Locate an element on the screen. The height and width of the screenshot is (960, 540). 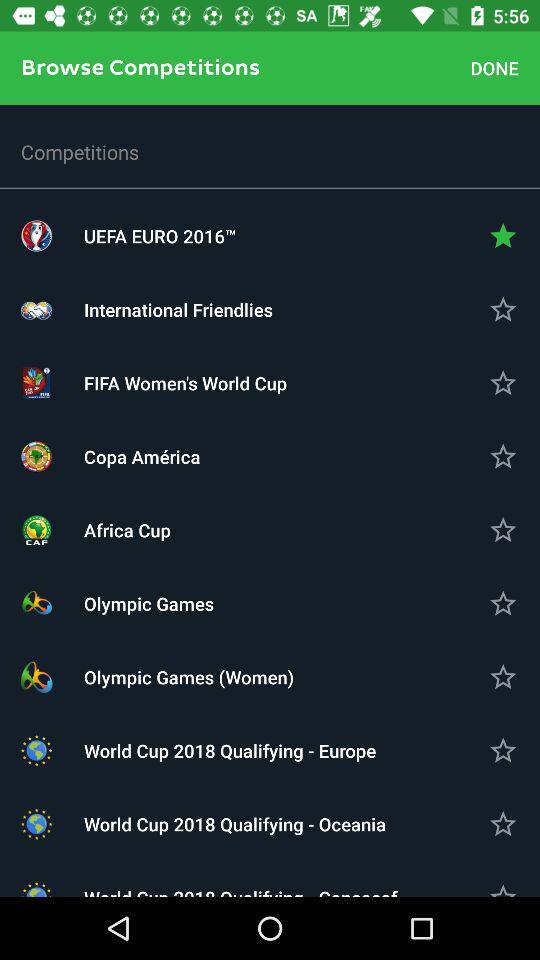
africa cup item is located at coordinates (270, 529).